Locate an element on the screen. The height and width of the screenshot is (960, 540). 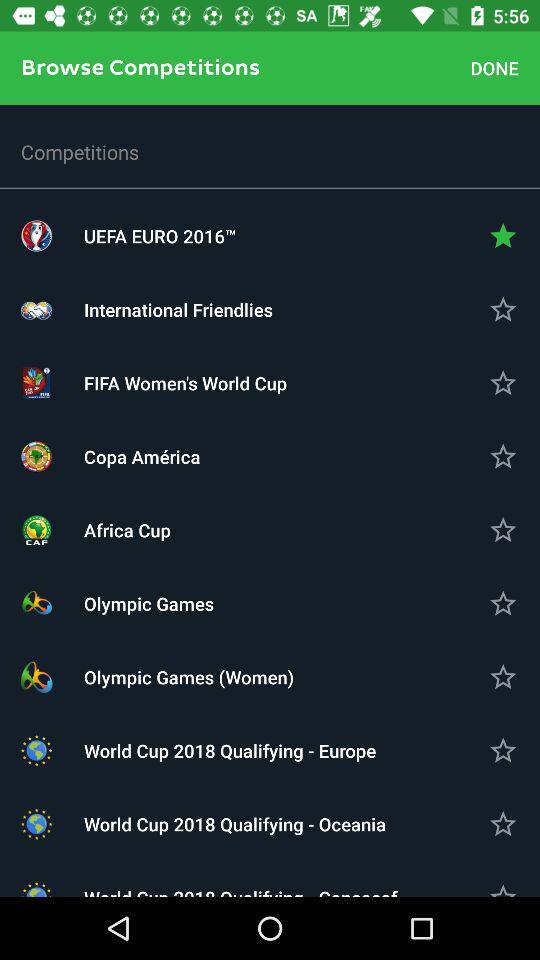
africa cup item is located at coordinates (270, 529).